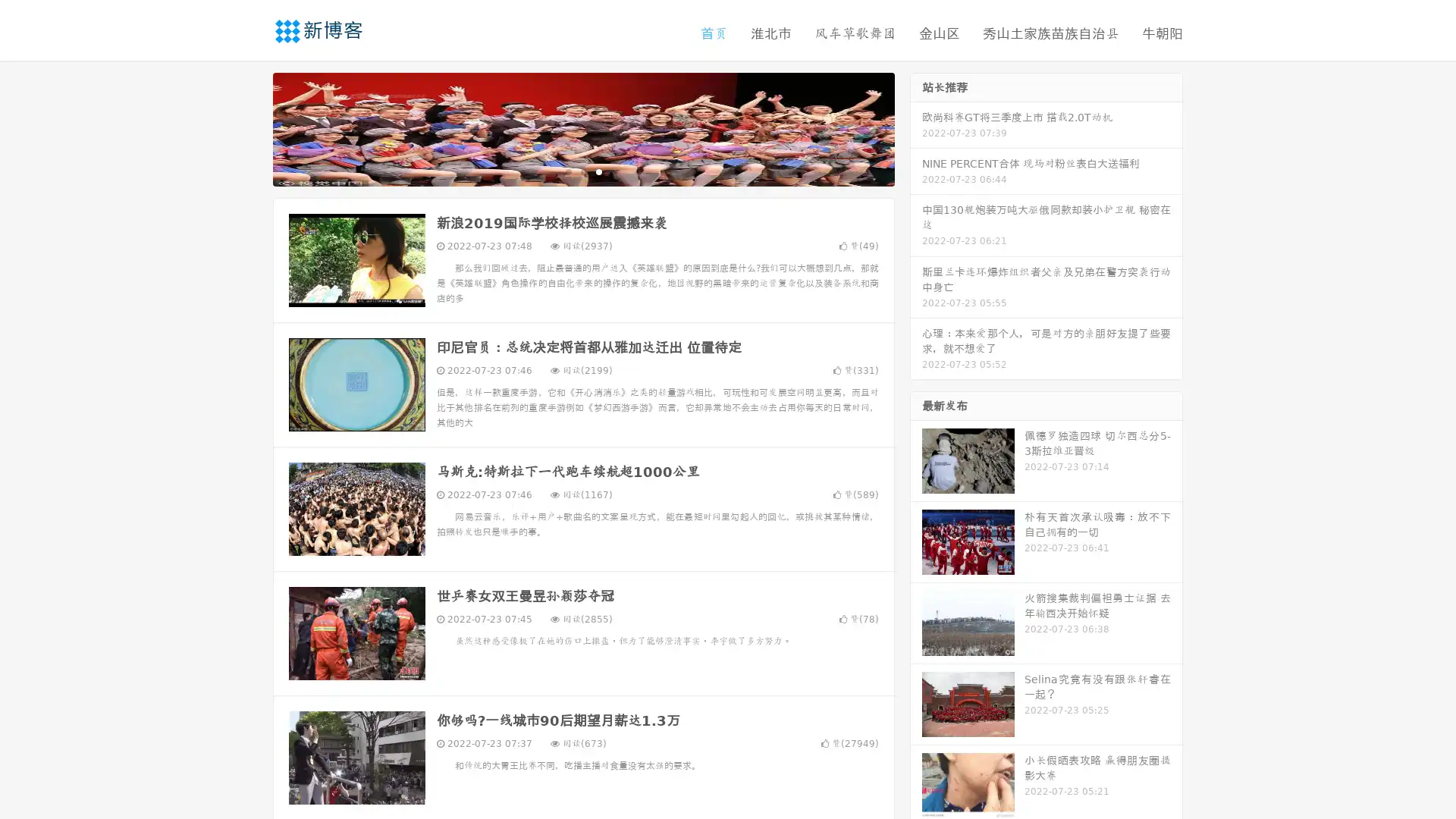  I want to click on Go to slide 3, so click(598, 171).